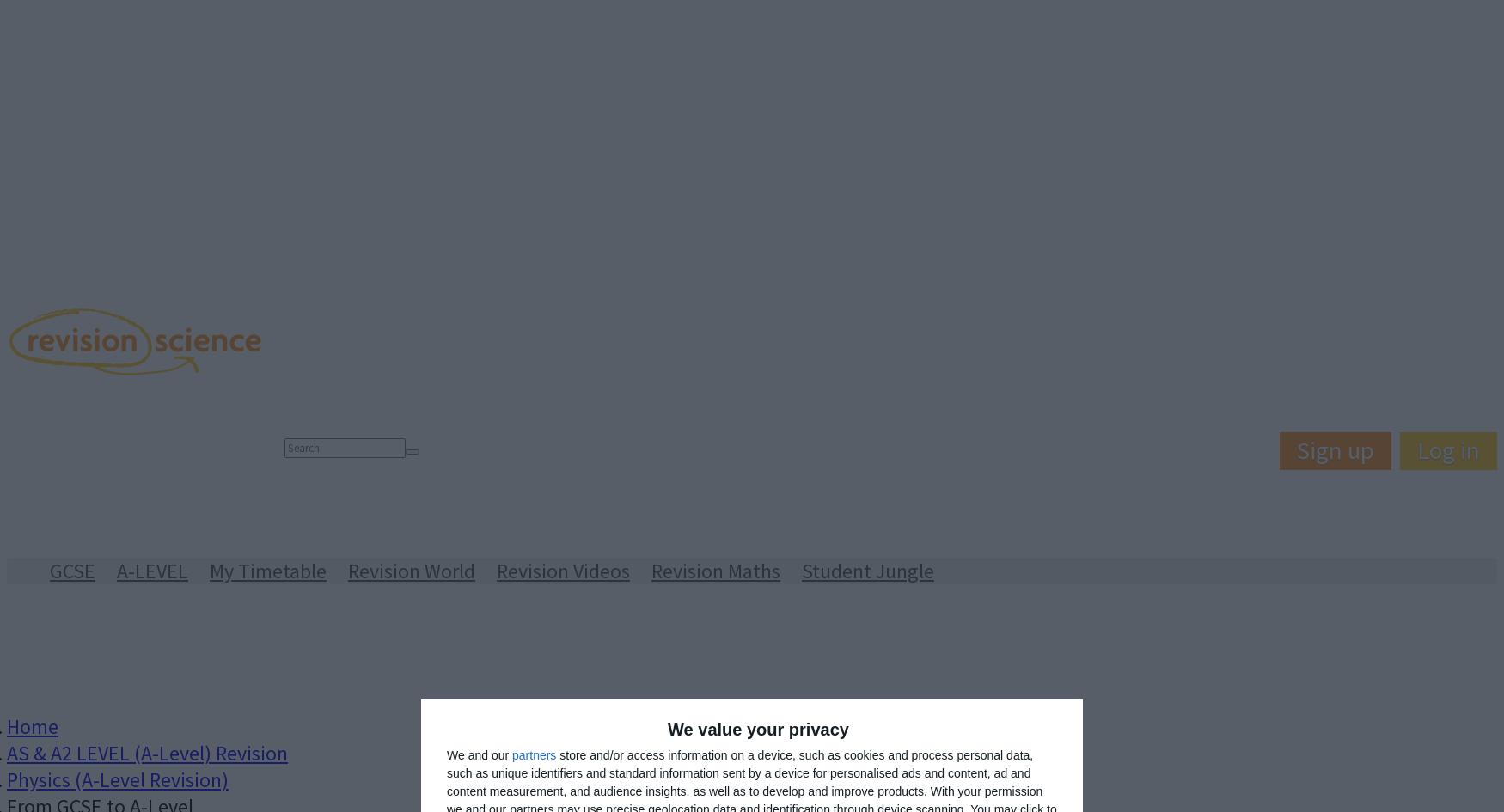  What do you see at coordinates (411, 570) in the screenshot?
I see `'Revision World'` at bounding box center [411, 570].